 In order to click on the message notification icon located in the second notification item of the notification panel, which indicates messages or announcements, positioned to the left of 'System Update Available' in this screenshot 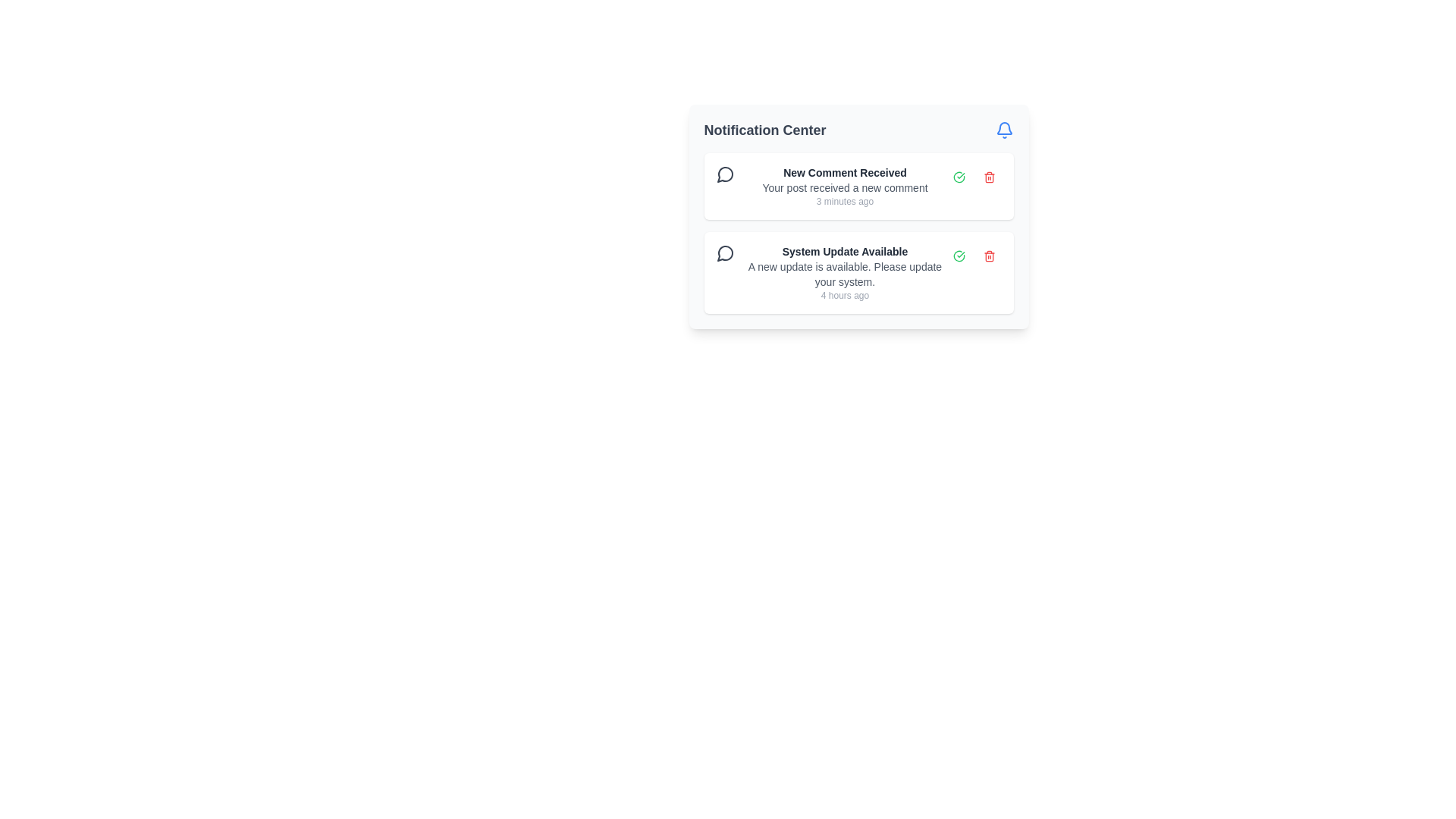, I will do `click(724, 253)`.